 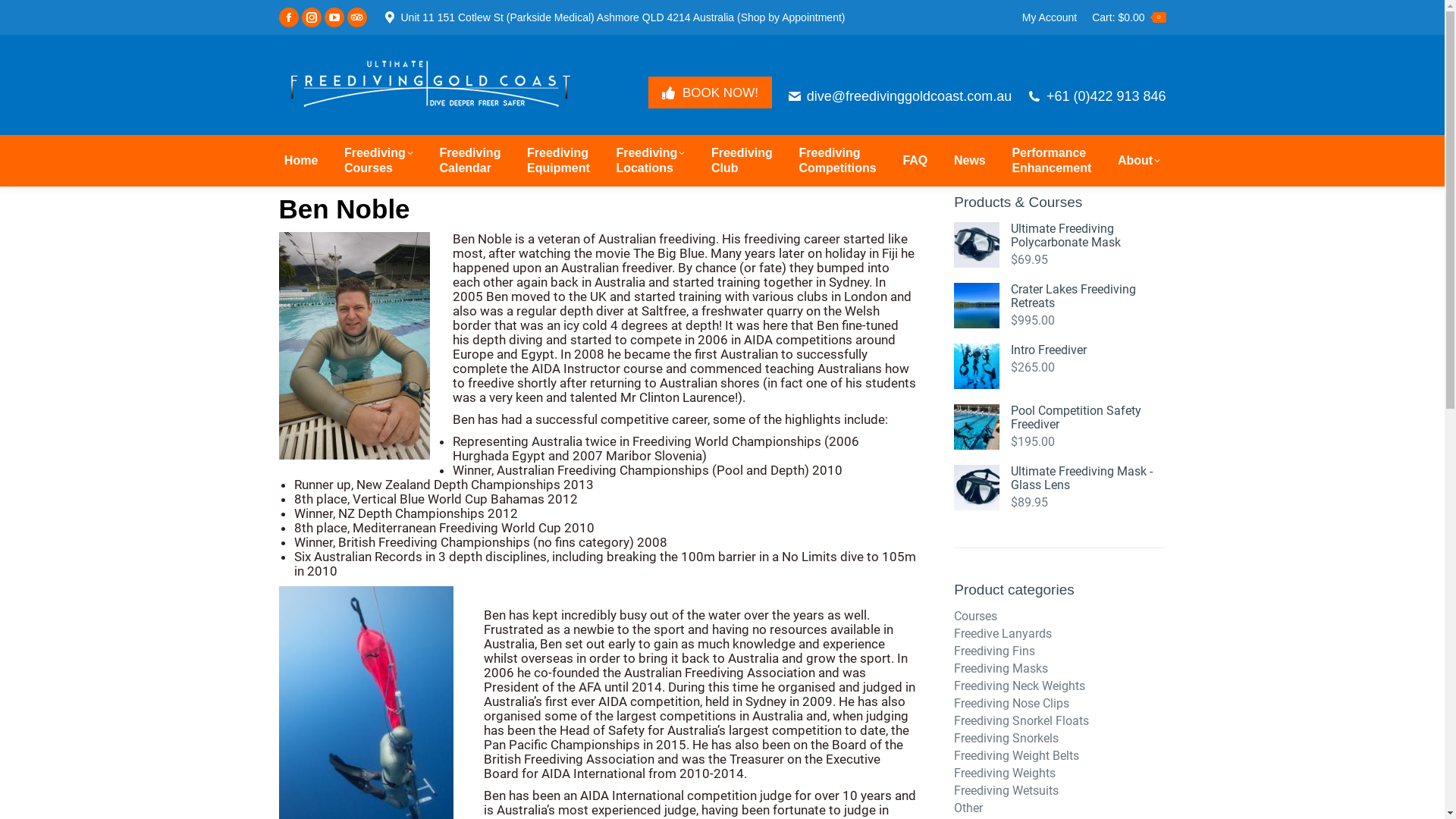 What do you see at coordinates (952, 651) in the screenshot?
I see `'Freediving Fins'` at bounding box center [952, 651].